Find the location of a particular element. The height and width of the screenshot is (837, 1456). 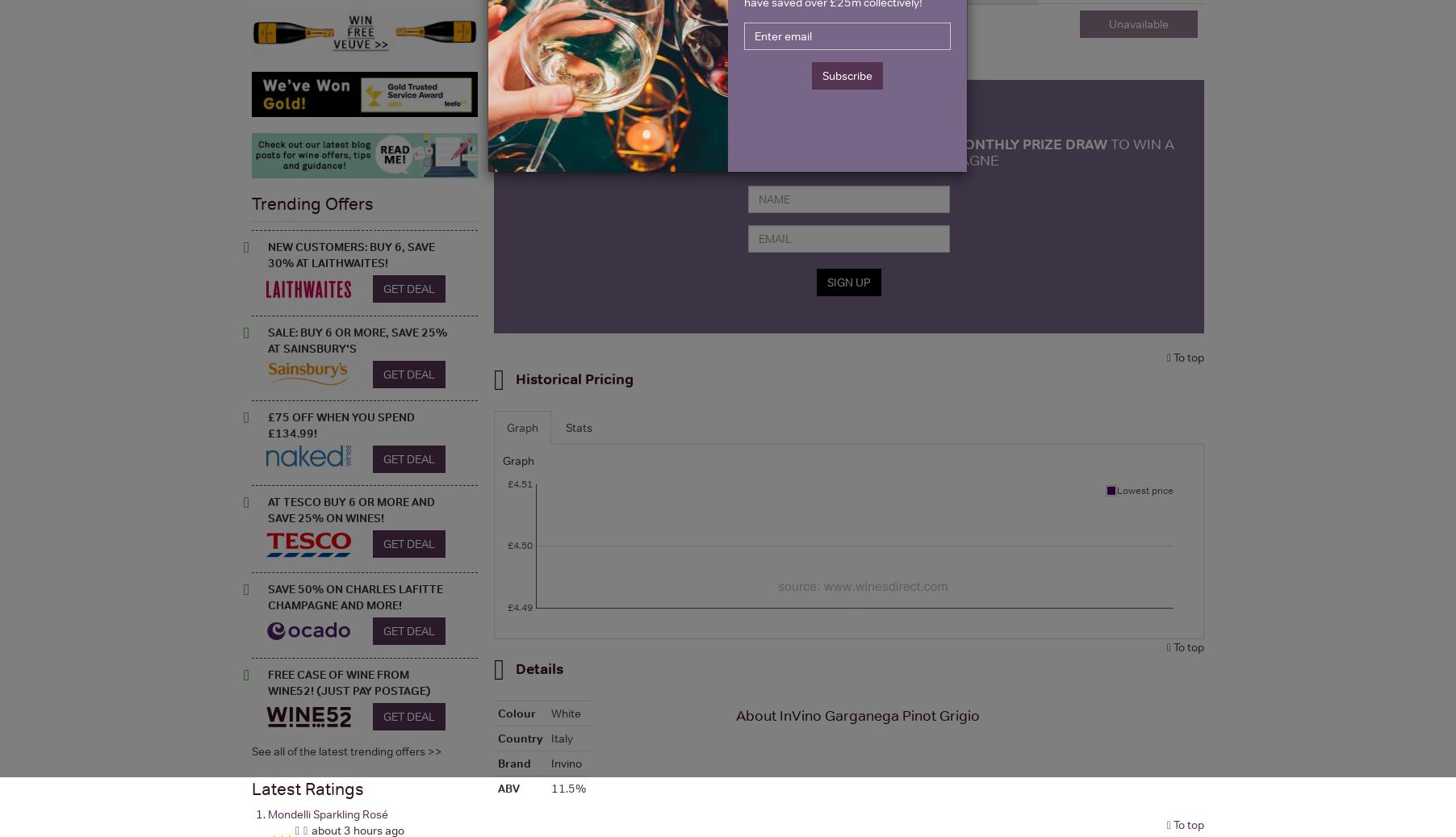

'Latest Ratings' is located at coordinates (308, 788).